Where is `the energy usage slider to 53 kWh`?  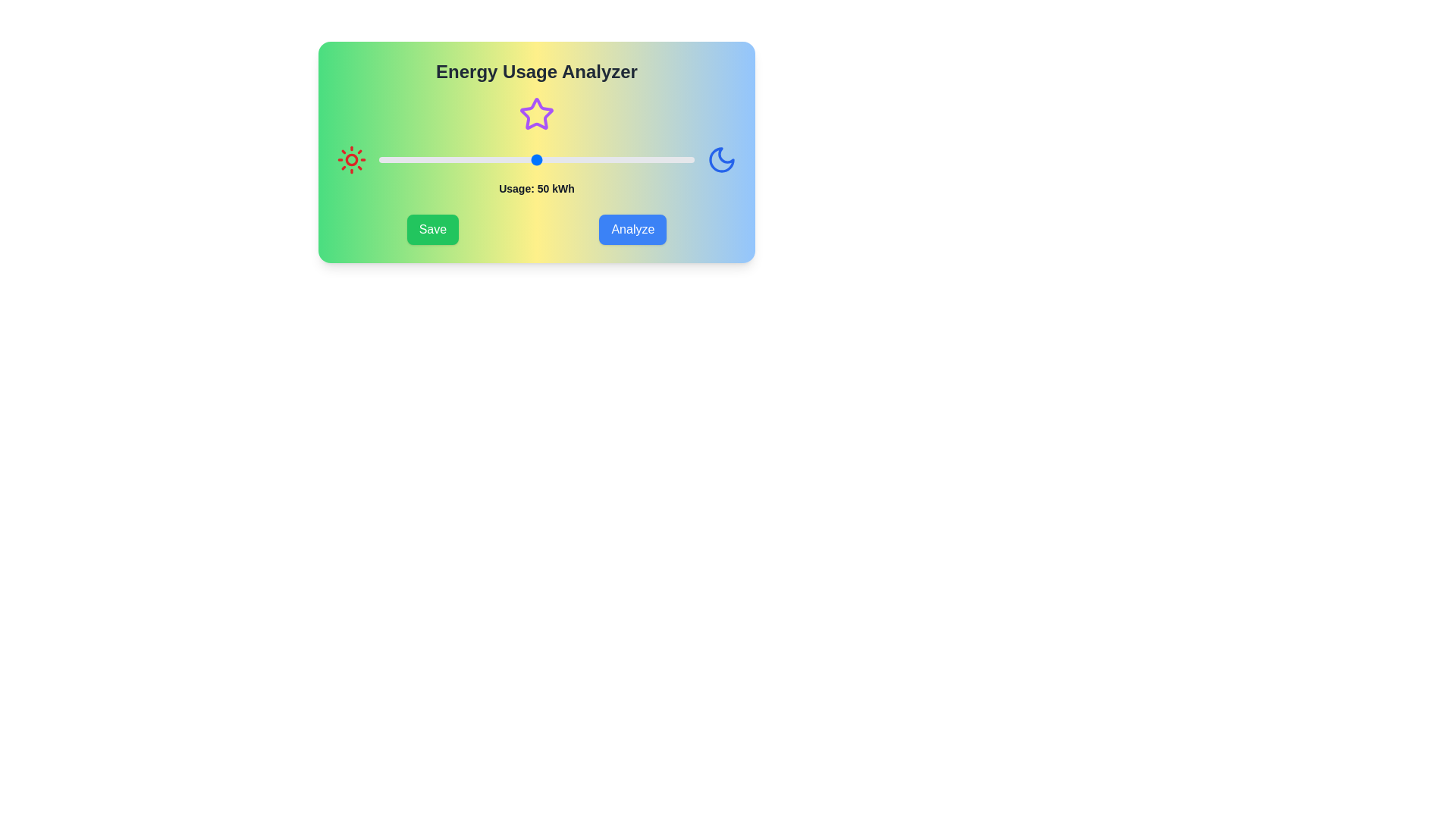
the energy usage slider to 53 kWh is located at coordinates (546, 160).